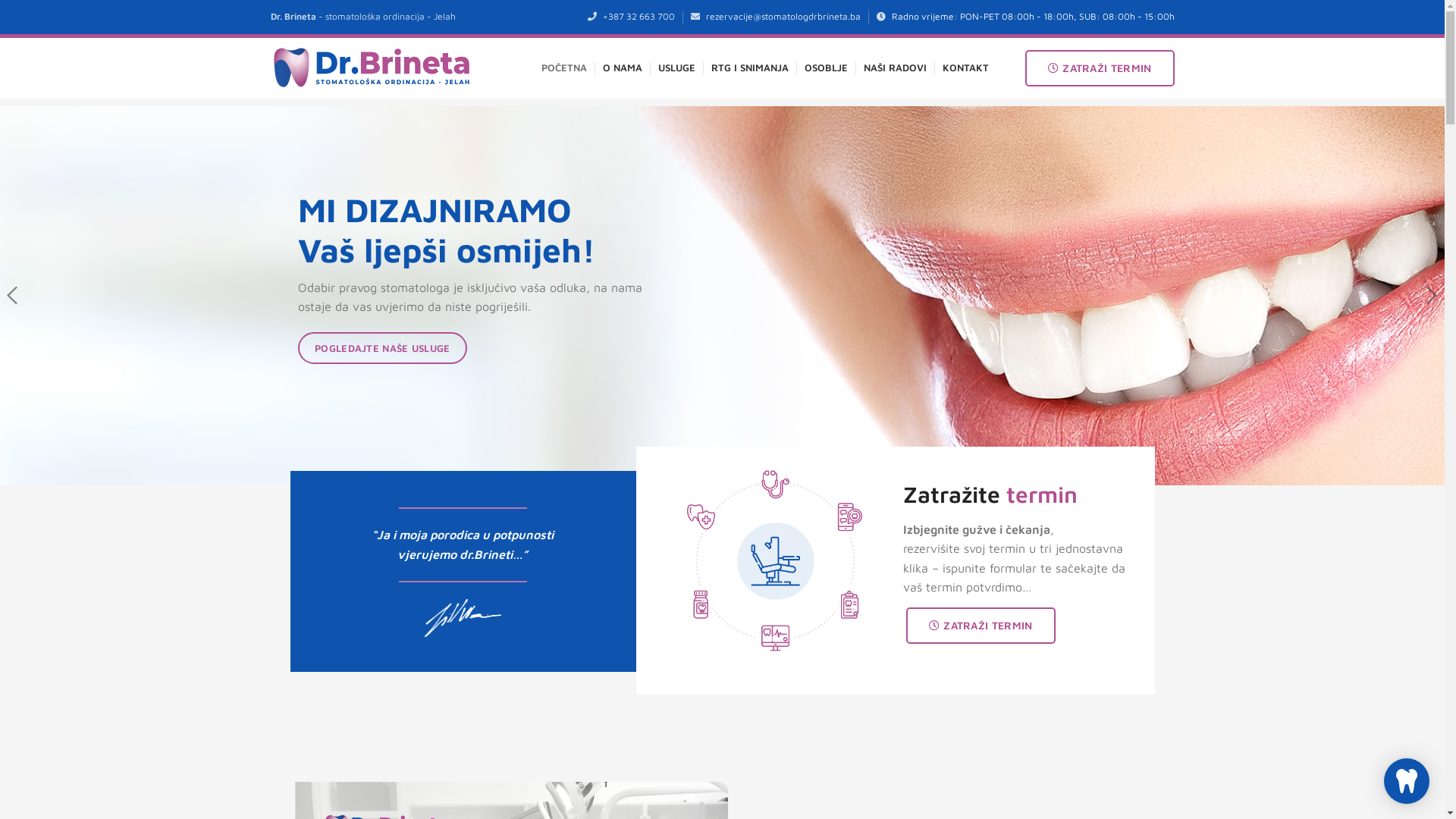  I want to click on 'USLUGE', so click(676, 67).